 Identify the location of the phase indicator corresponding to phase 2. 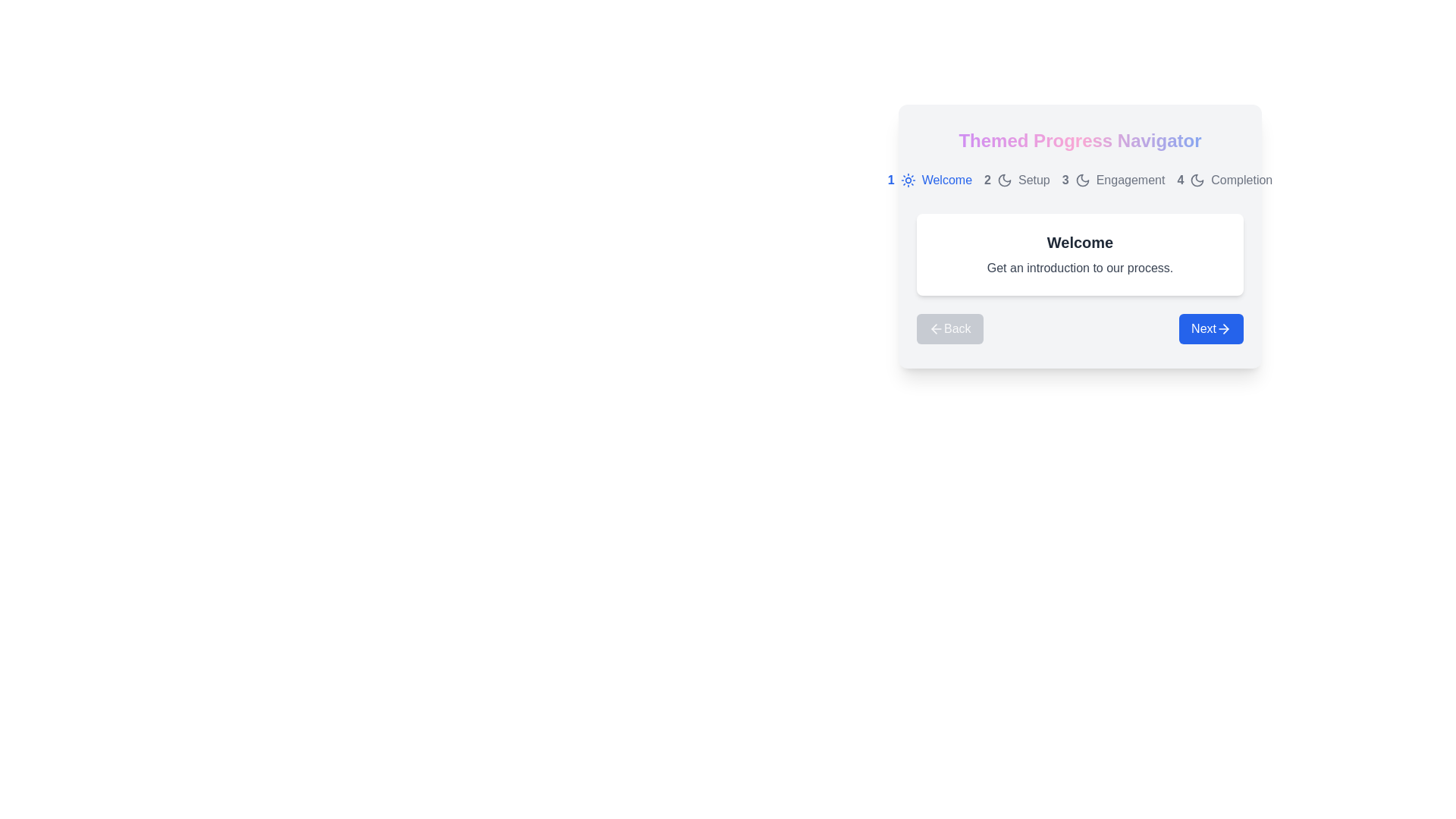
(1016, 180).